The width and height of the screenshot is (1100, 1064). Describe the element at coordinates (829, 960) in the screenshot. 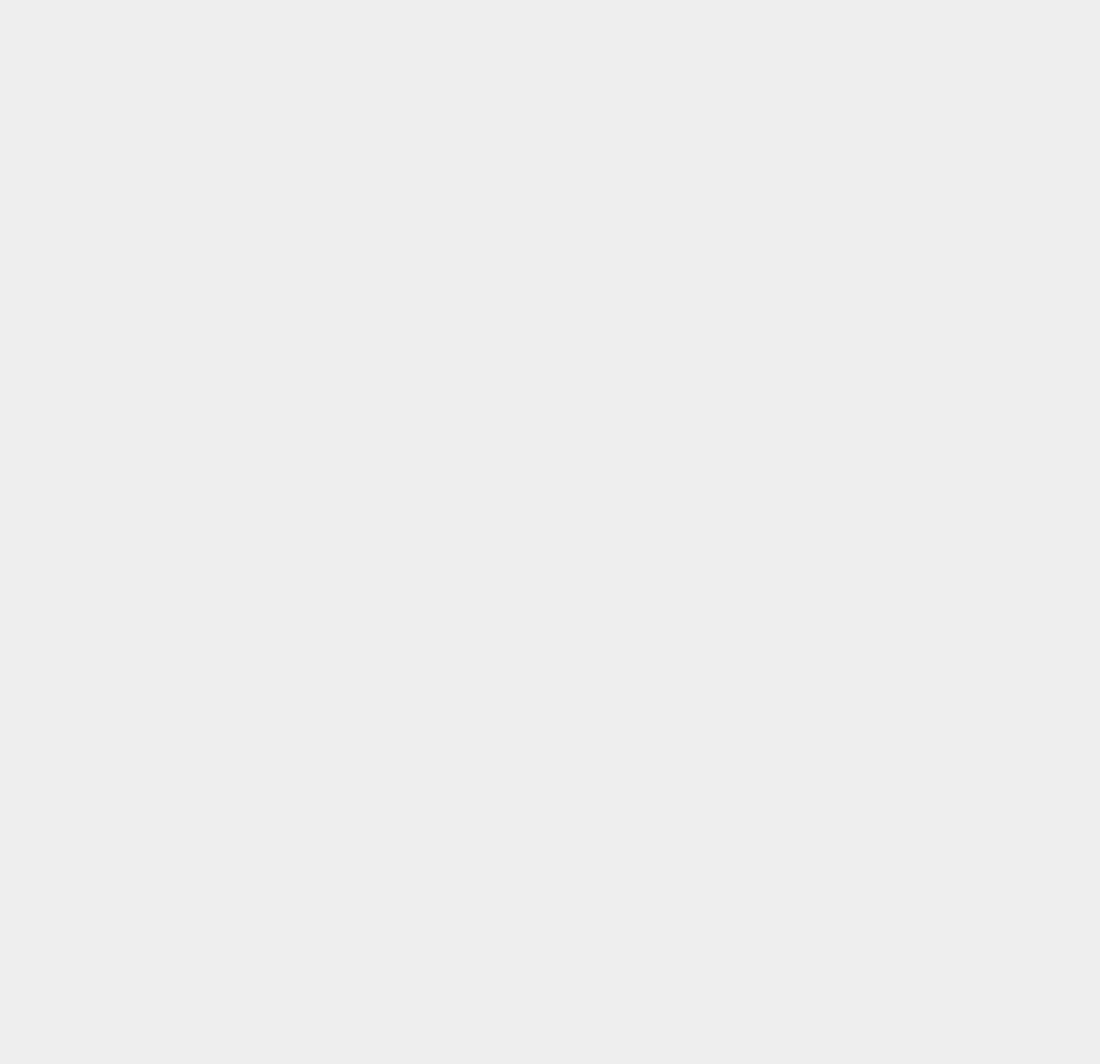

I see `'Digital Marketing'` at that location.